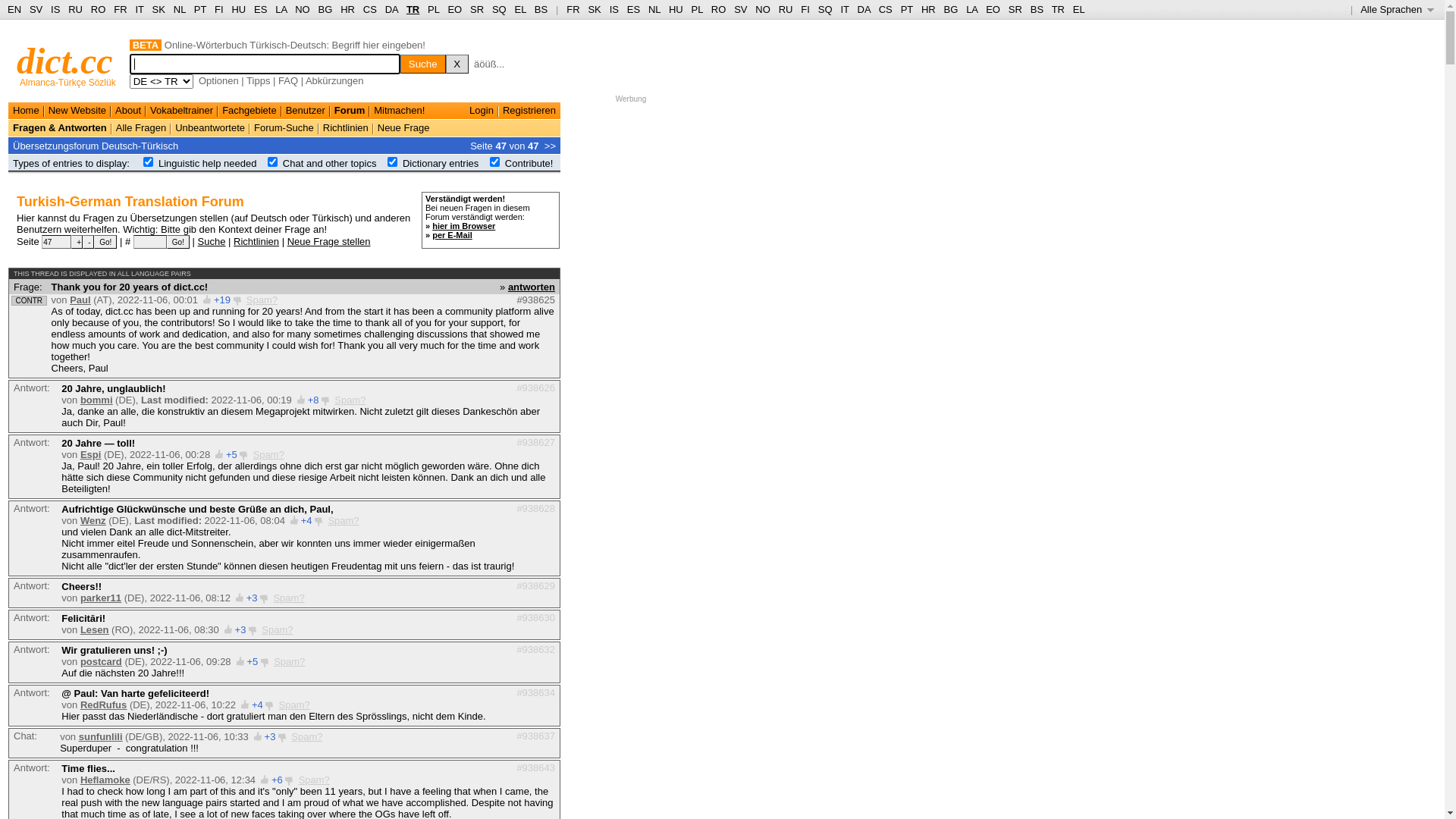 This screenshot has height=819, width=1456. What do you see at coordinates (535, 617) in the screenshot?
I see `'#938630'` at bounding box center [535, 617].